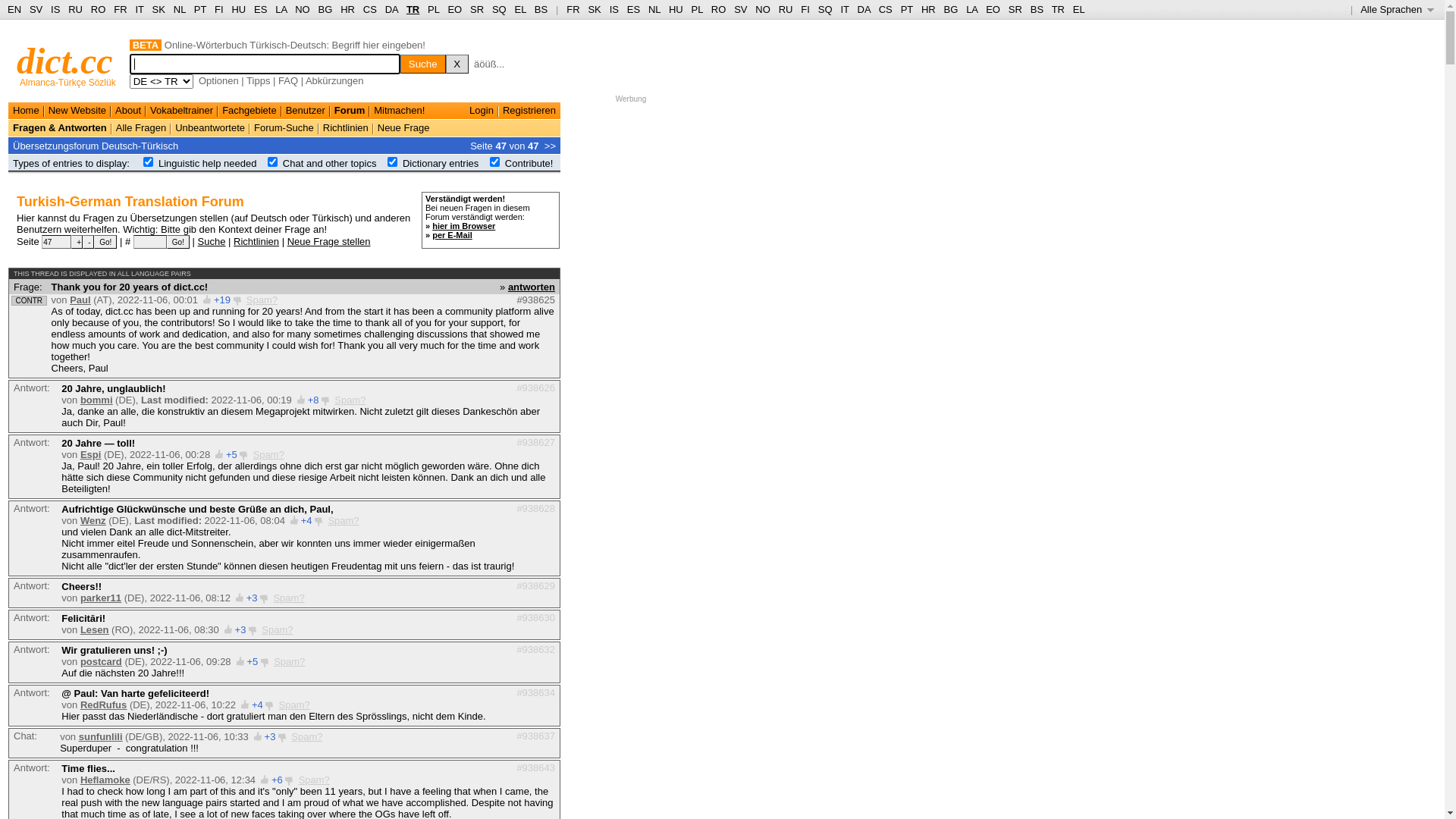 This screenshot has height=819, width=1456. What do you see at coordinates (535, 617) in the screenshot?
I see `'#938630'` at bounding box center [535, 617].